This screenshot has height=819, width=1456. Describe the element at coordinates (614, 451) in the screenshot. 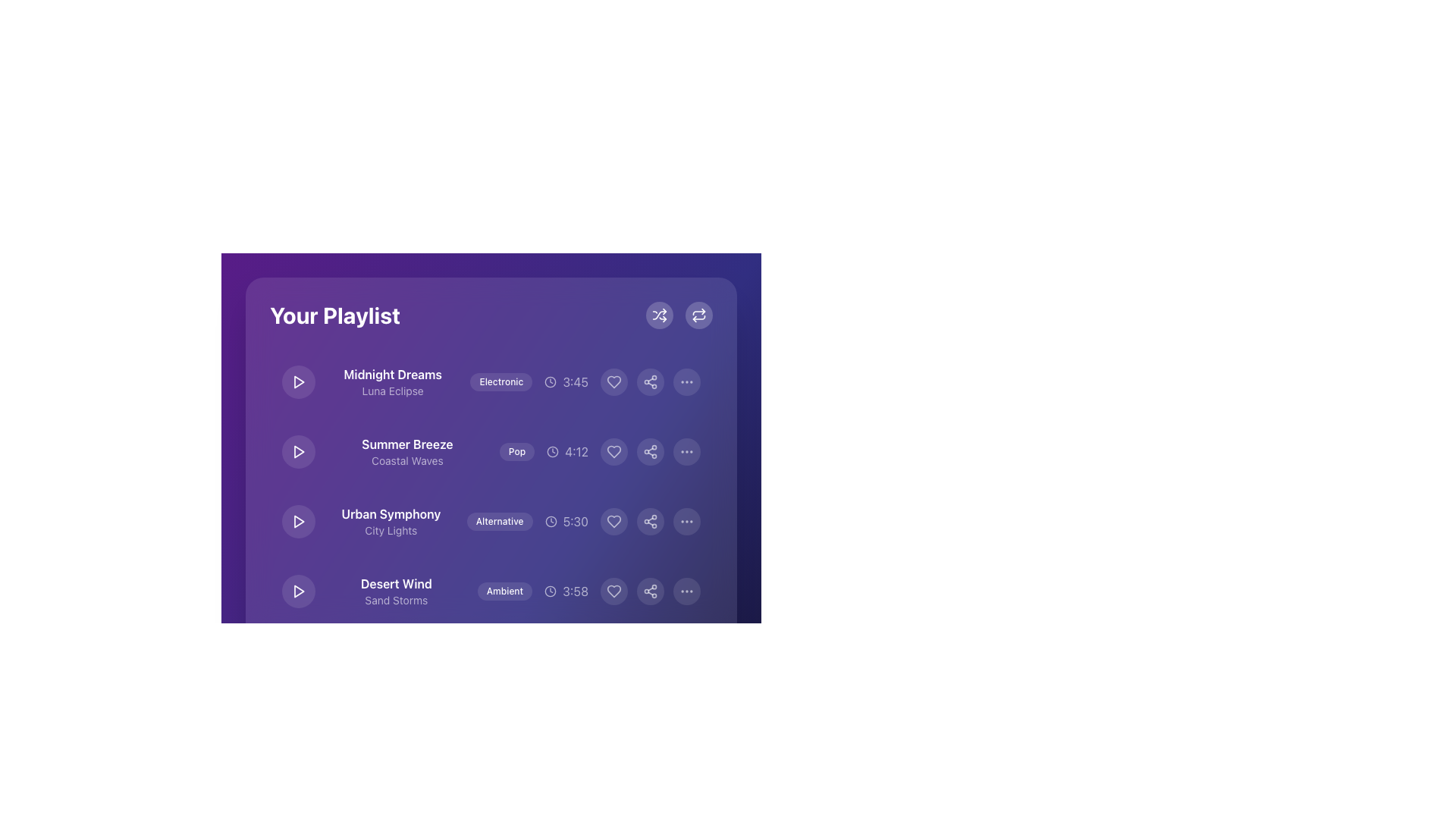

I see `the circular button with a white outlined heart icon located on the right side of the playlist entry 'Summer Breeze'` at that location.